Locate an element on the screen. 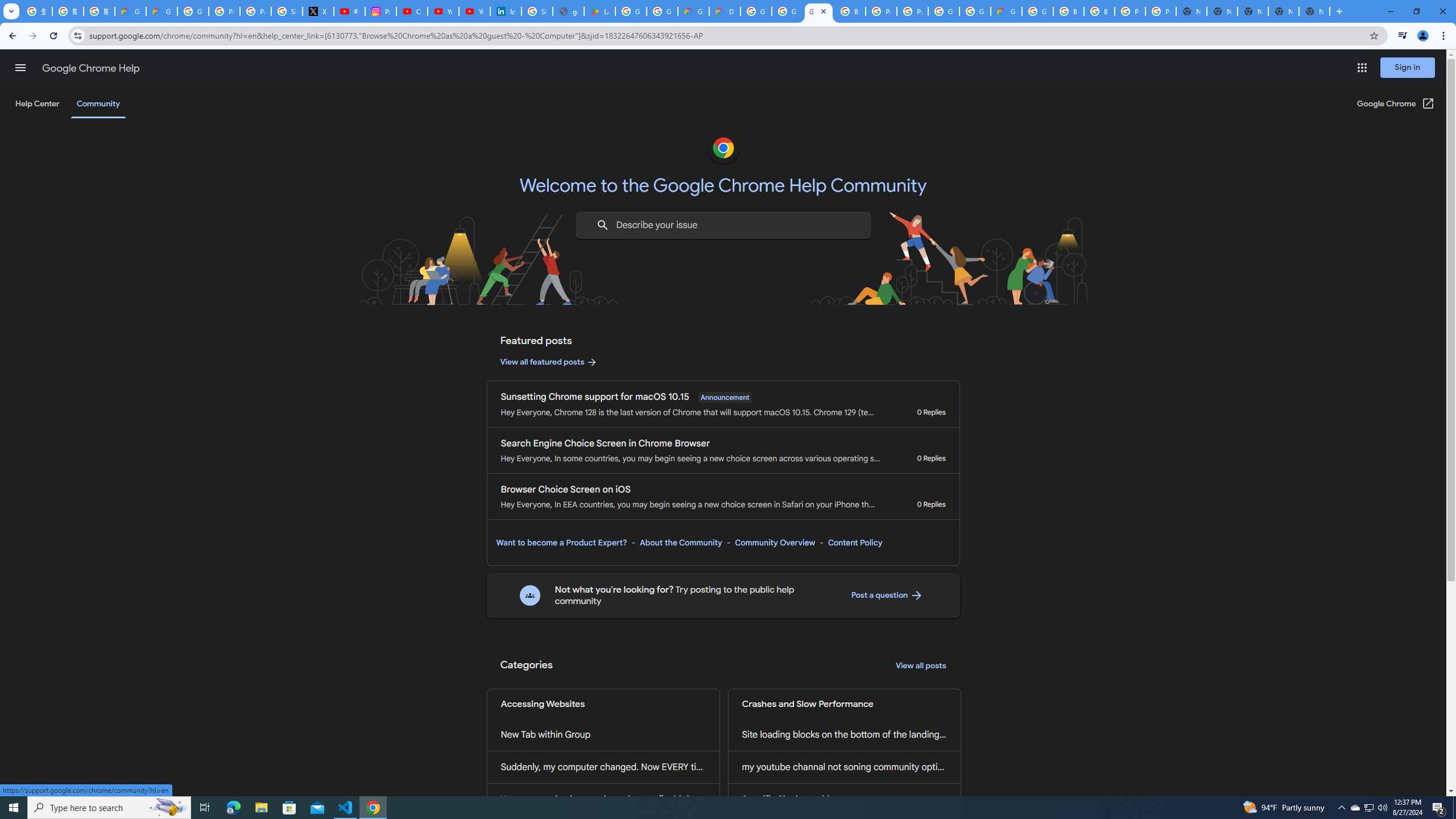 The width and height of the screenshot is (1456, 819). 'New Tab' is located at coordinates (1314, 11).